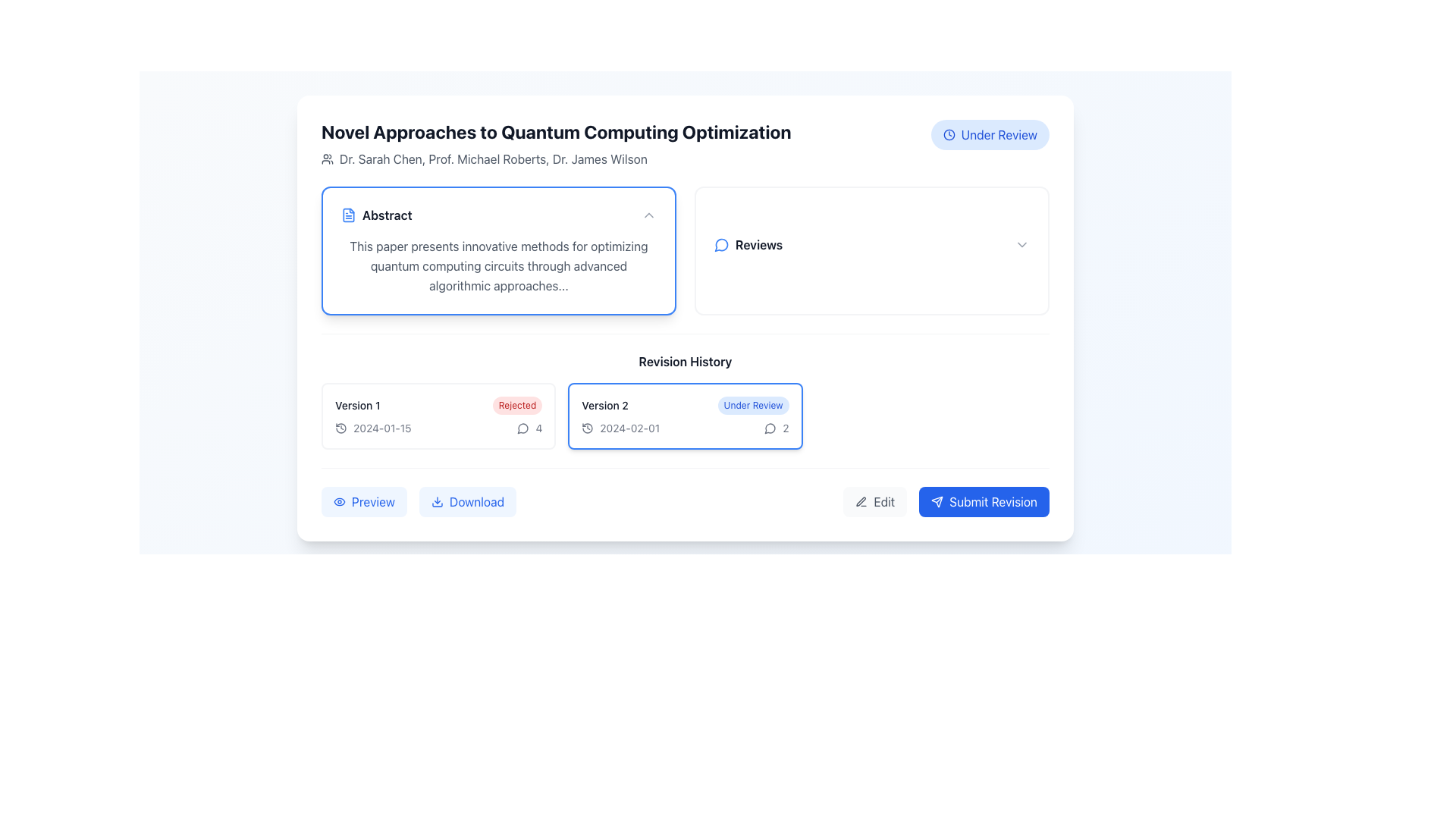 The image size is (1456, 819). What do you see at coordinates (684, 428) in the screenshot?
I see `the textual display component showing '2024-02-012' within the 'Version 2' section of the 'Revision History', which is centrally located below 'Under Review'` at bounding box center [684, 428].